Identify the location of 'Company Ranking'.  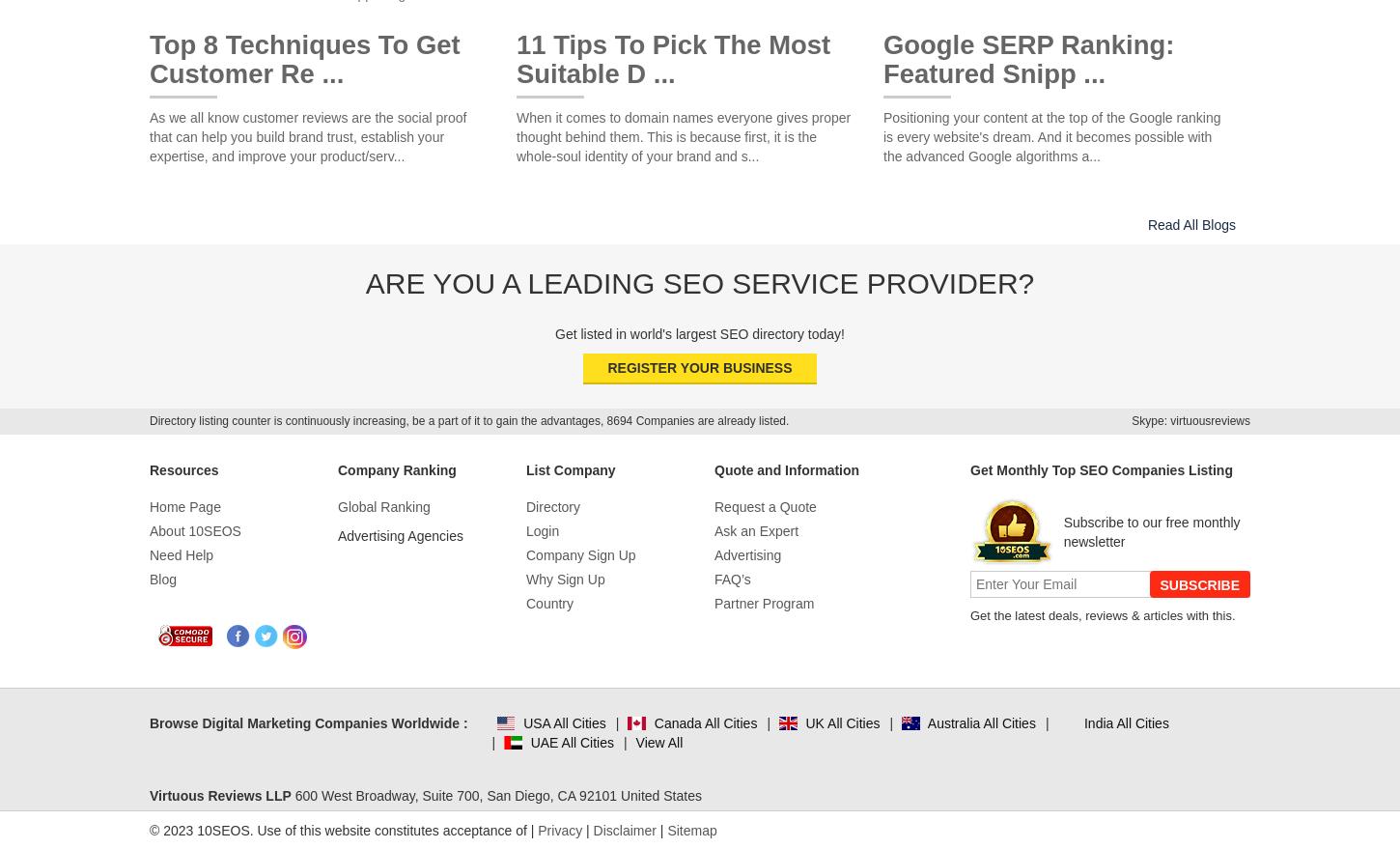
(395, 467).